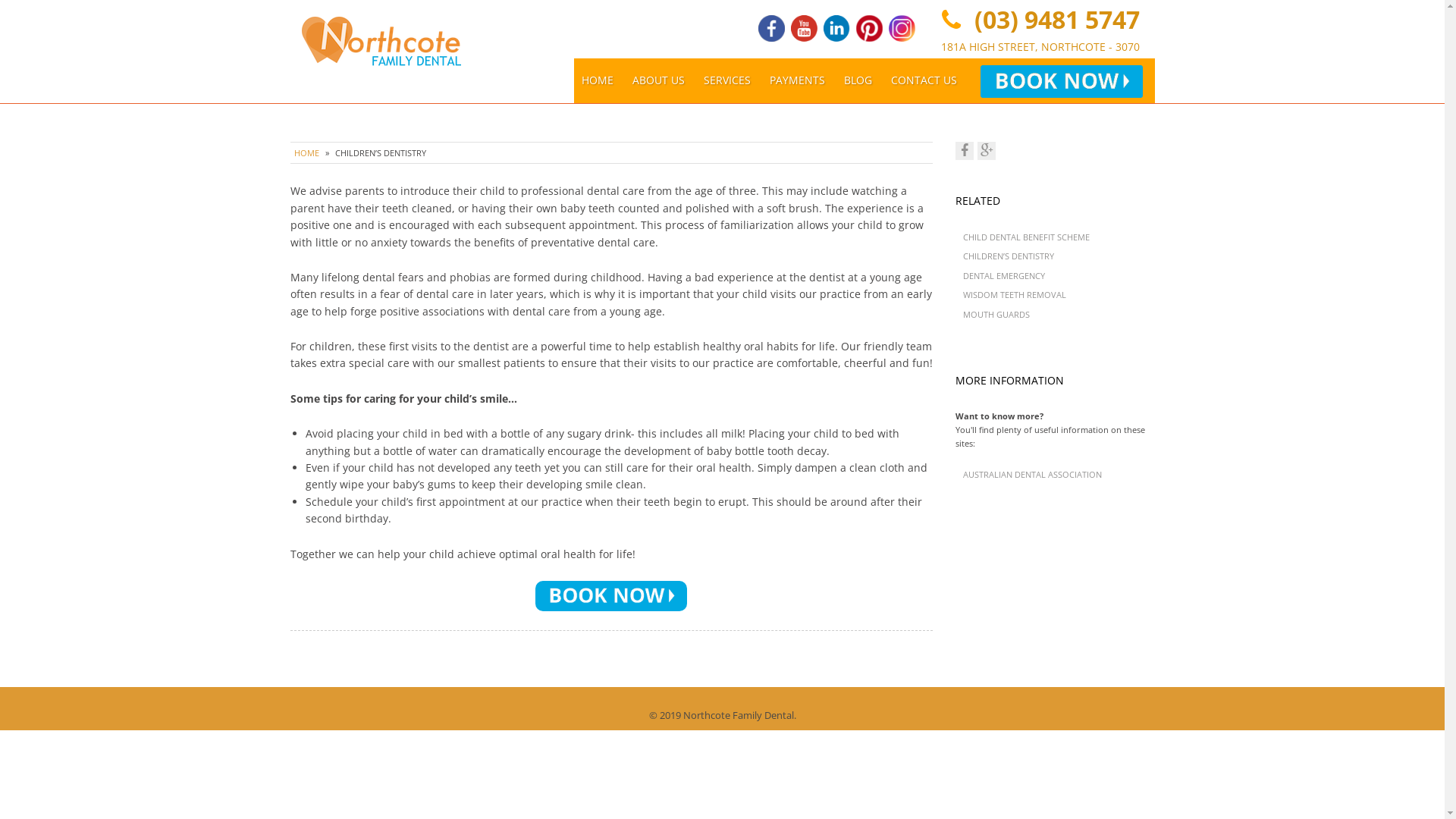  I want to click on 'ABOUT US', so click(658, 80).